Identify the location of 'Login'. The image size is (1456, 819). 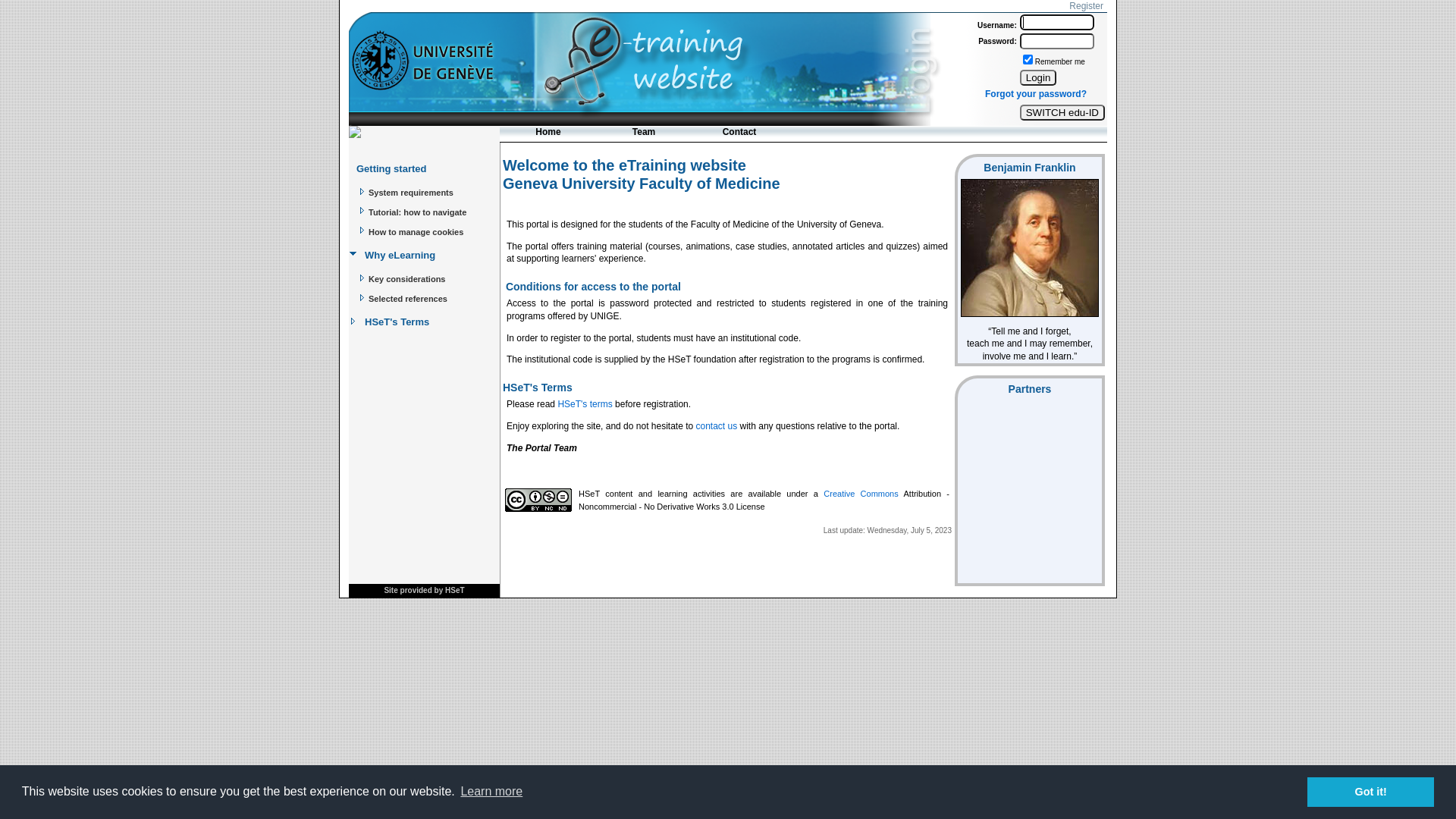
(1037, 77).